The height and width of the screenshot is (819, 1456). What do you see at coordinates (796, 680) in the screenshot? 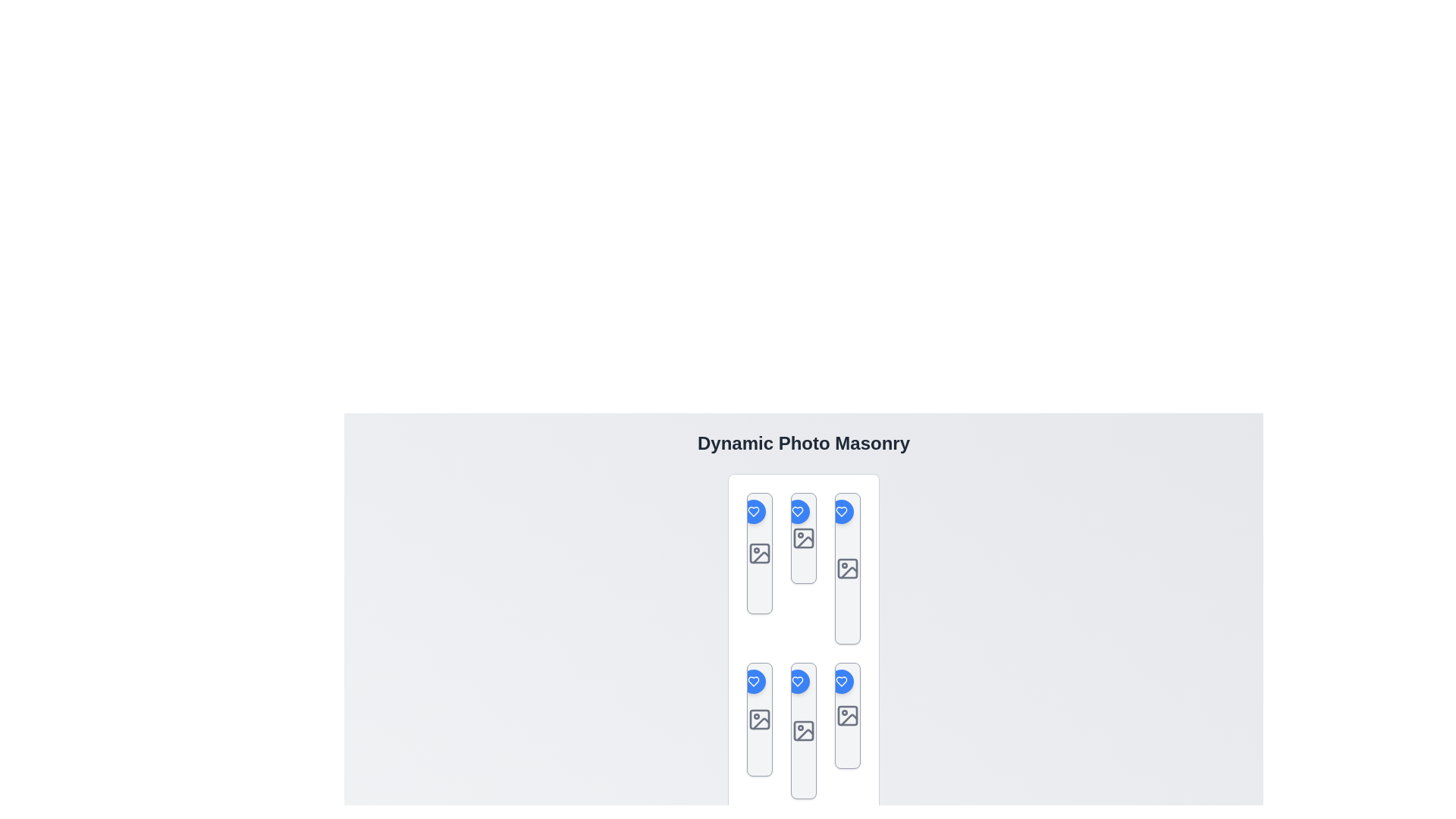
I see `the heart icon located in the upper-right corner of the card within the interactive button under the title 'Dynamic Photo Masonry' to like the item` at bounding box center [796, 680].